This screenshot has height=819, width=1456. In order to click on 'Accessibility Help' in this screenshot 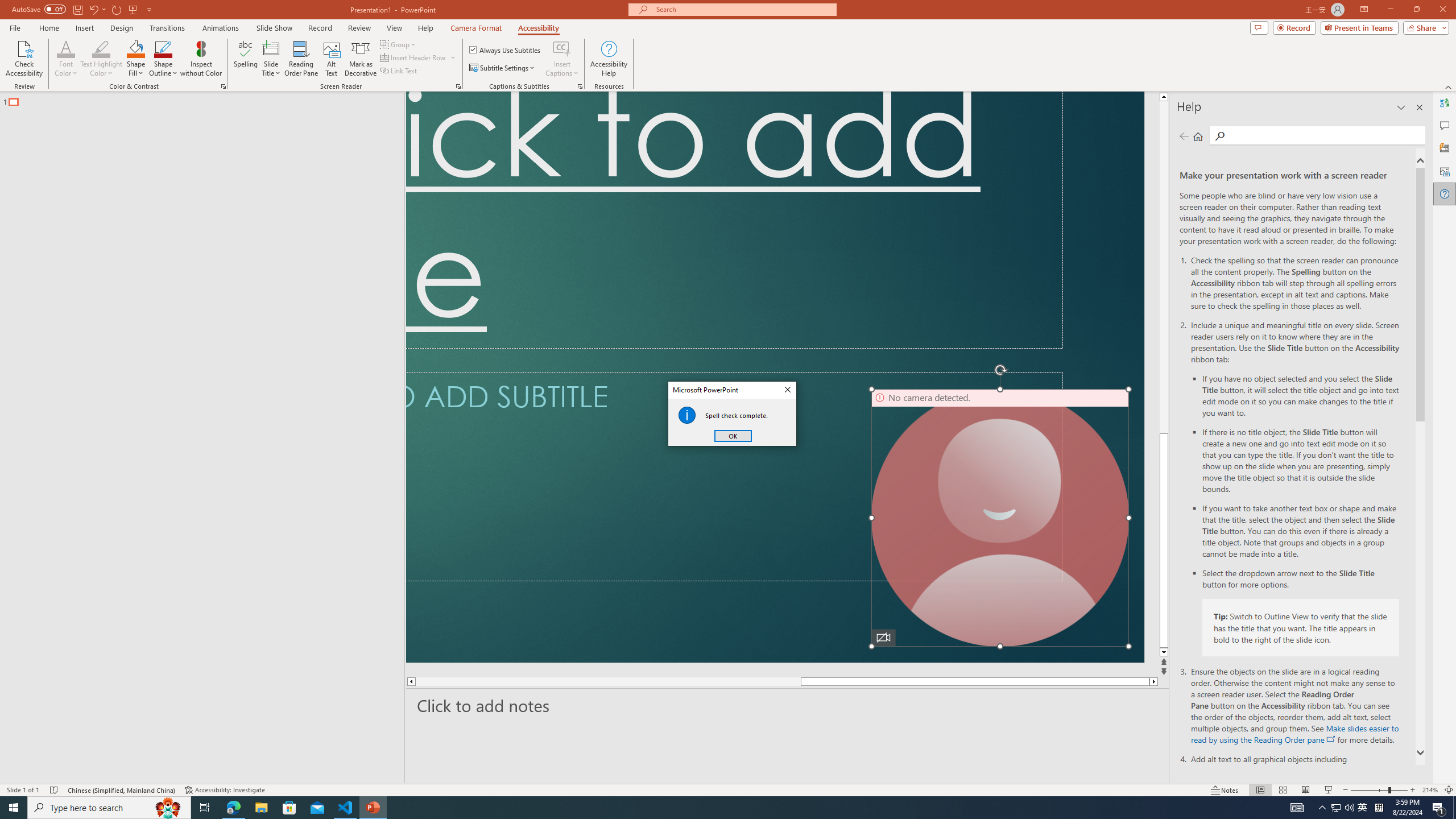, I will do `click(609, 59)`.